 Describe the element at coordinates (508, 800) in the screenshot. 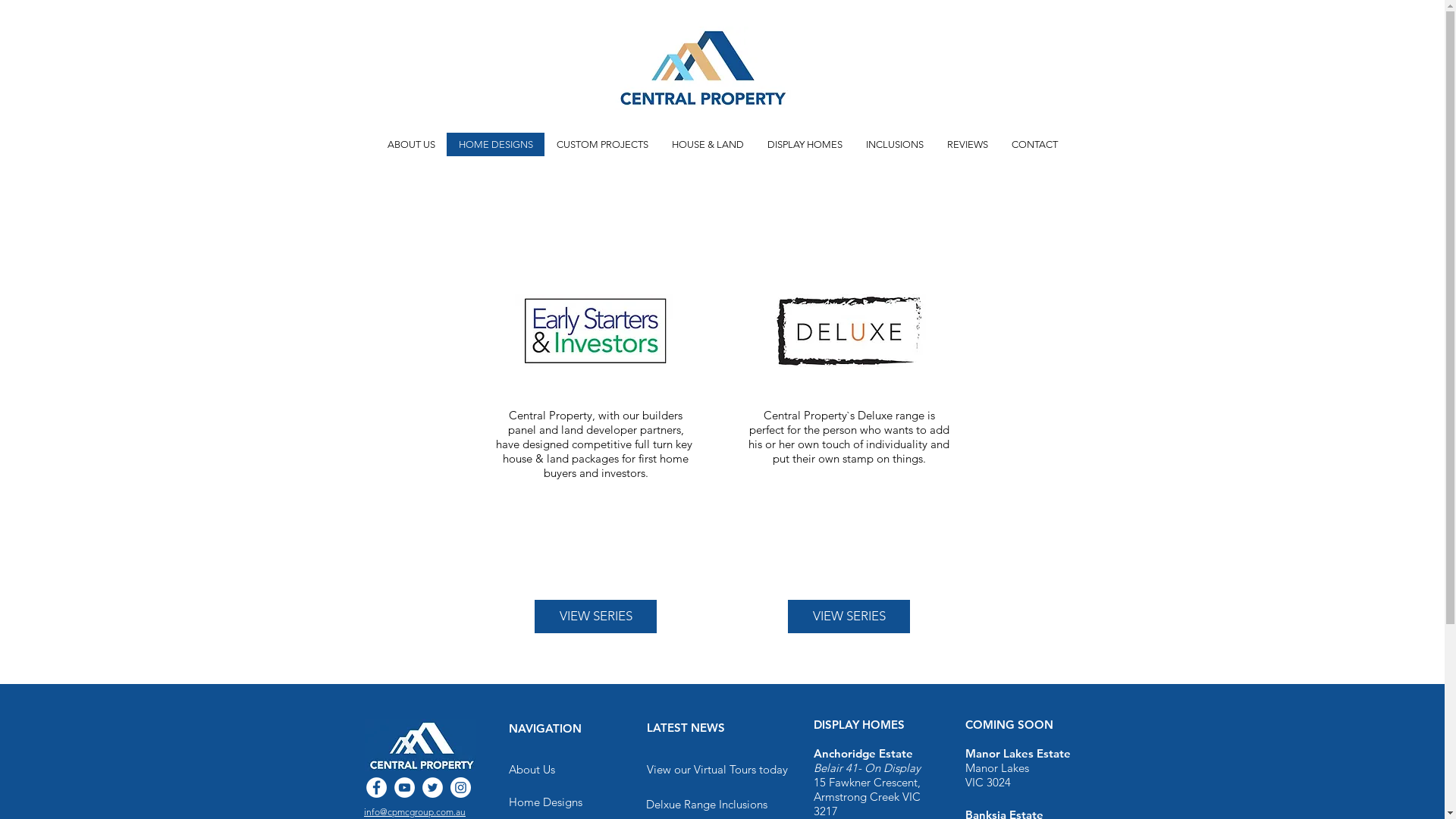

I see `'Home Designs'` at that location.